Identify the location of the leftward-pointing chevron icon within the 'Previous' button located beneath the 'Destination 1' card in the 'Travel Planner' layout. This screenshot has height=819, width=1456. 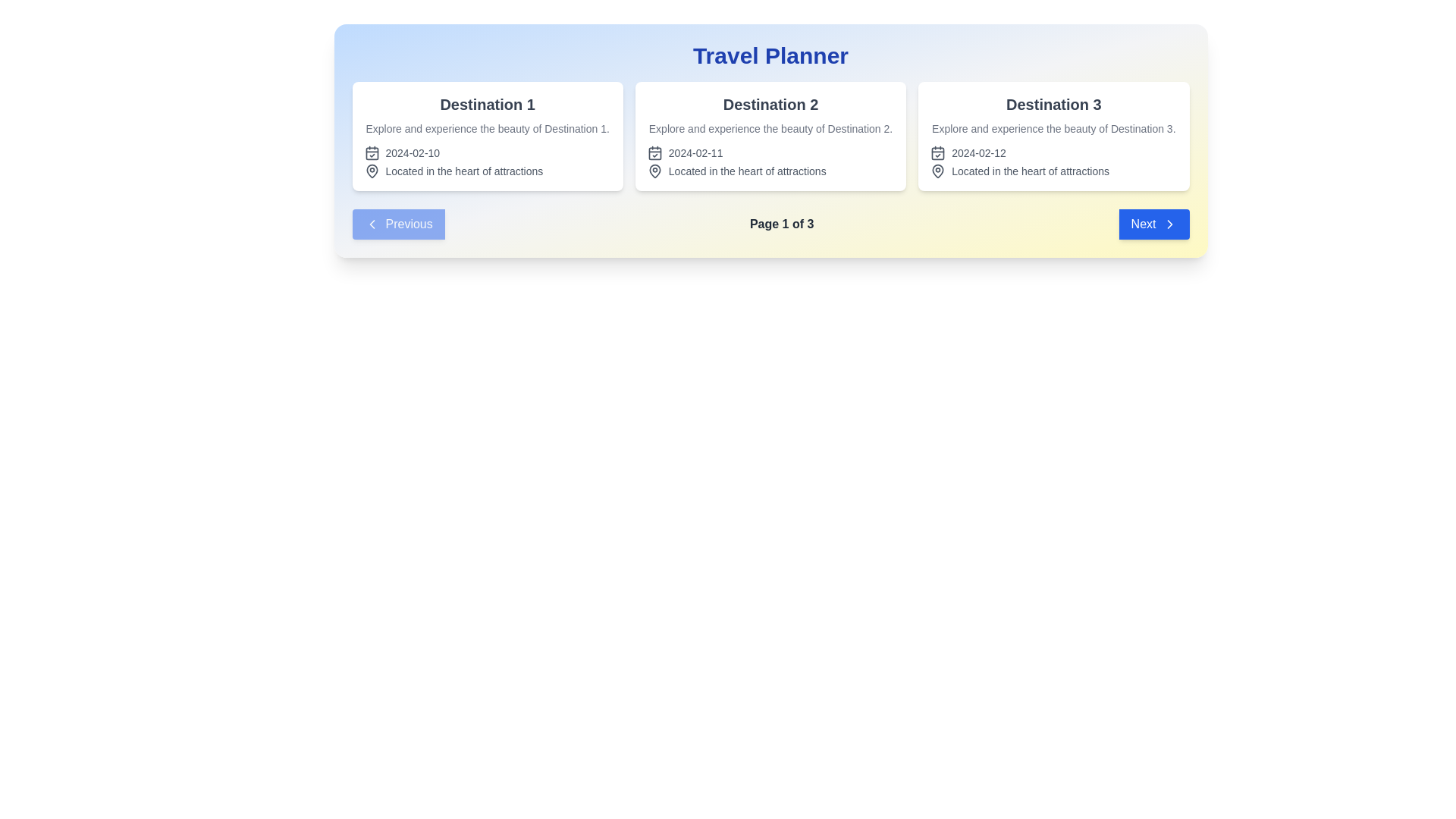
(372, 224).